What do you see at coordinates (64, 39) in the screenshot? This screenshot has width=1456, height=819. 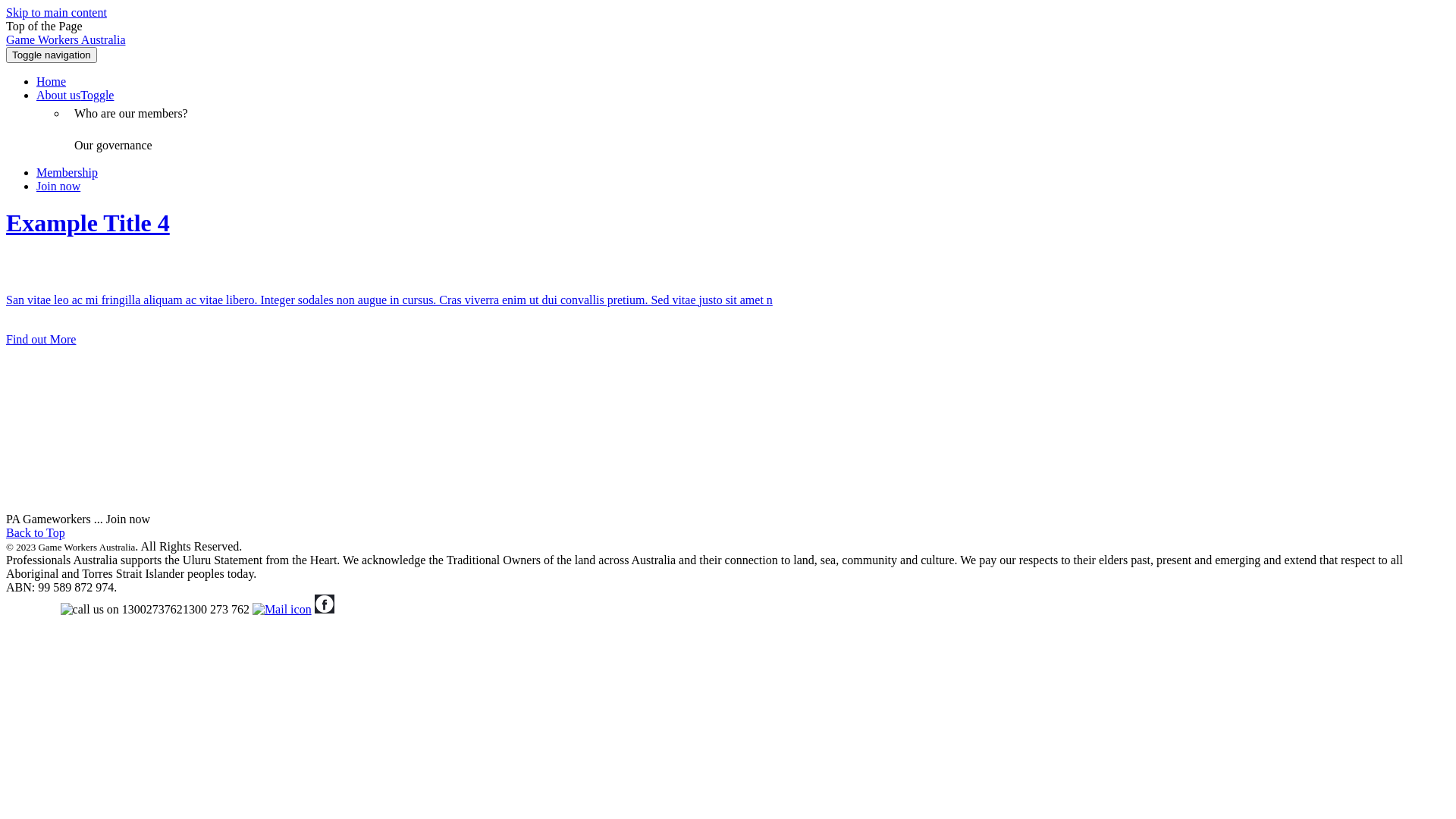 I see `'Game Workers Australia'` at bounding box center [64, 39].